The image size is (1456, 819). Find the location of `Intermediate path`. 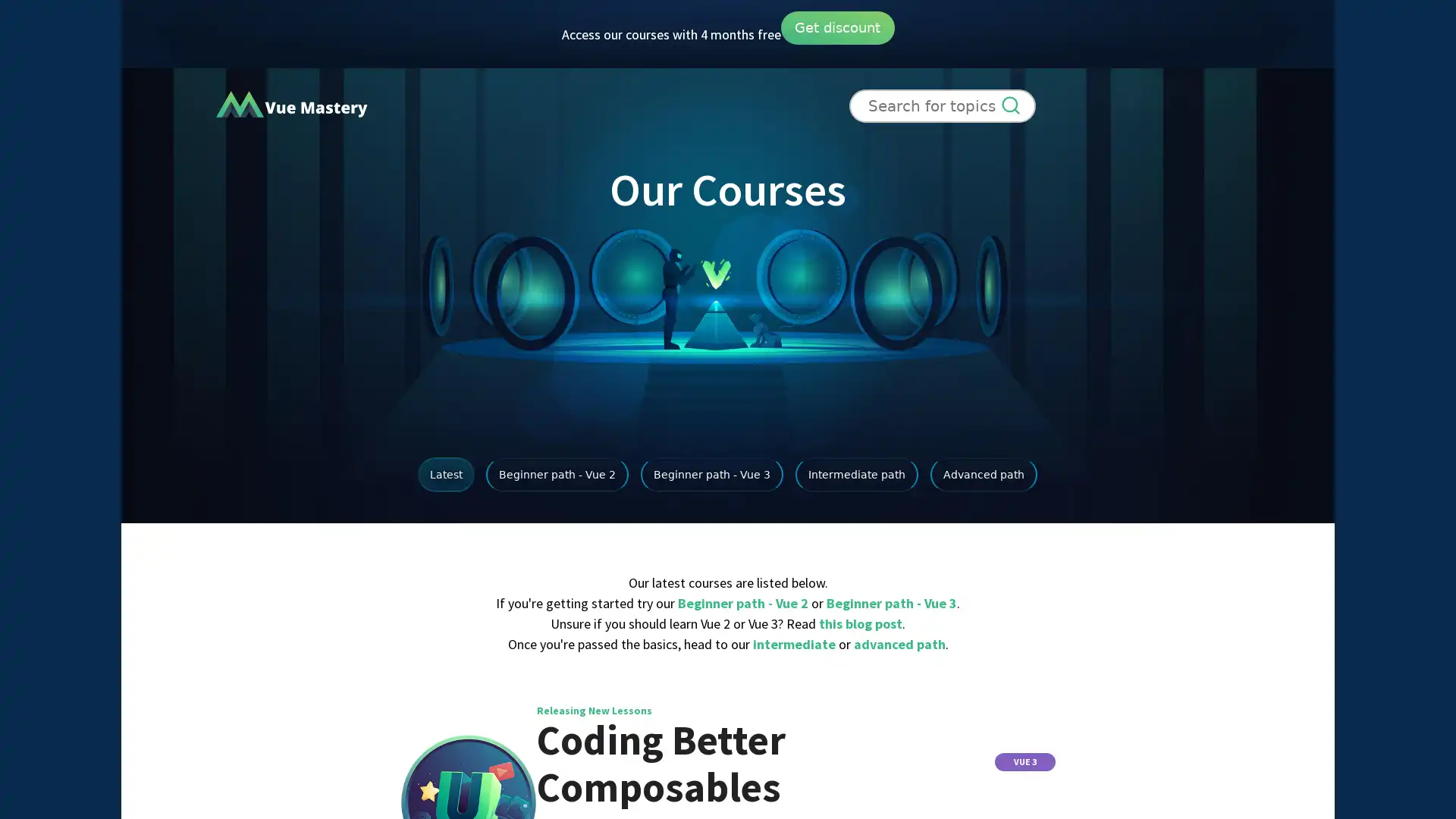

Intermediate path is located at coordinates (904, 473).